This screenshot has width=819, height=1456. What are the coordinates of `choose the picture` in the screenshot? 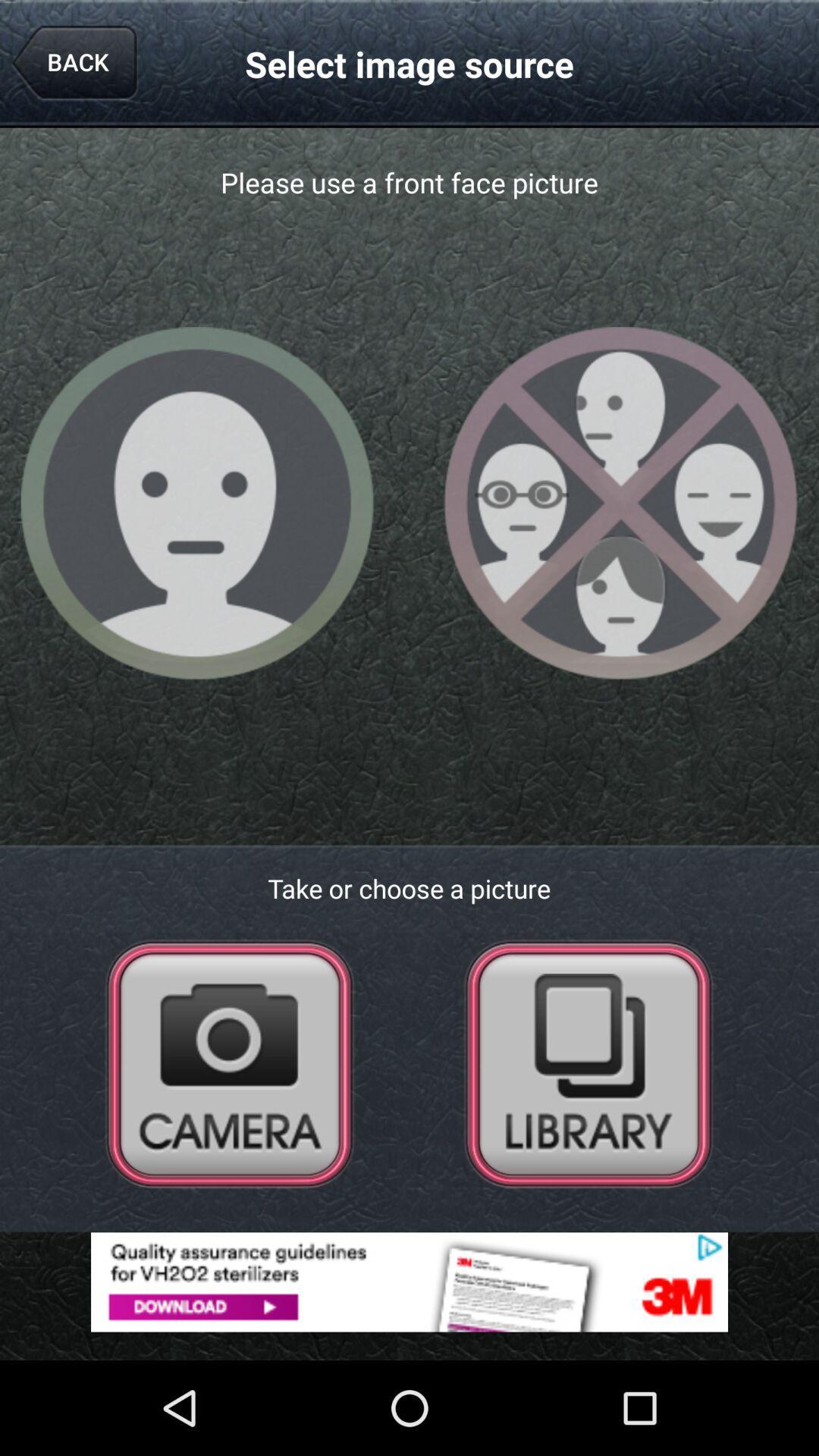 It's located at (588, 1062).